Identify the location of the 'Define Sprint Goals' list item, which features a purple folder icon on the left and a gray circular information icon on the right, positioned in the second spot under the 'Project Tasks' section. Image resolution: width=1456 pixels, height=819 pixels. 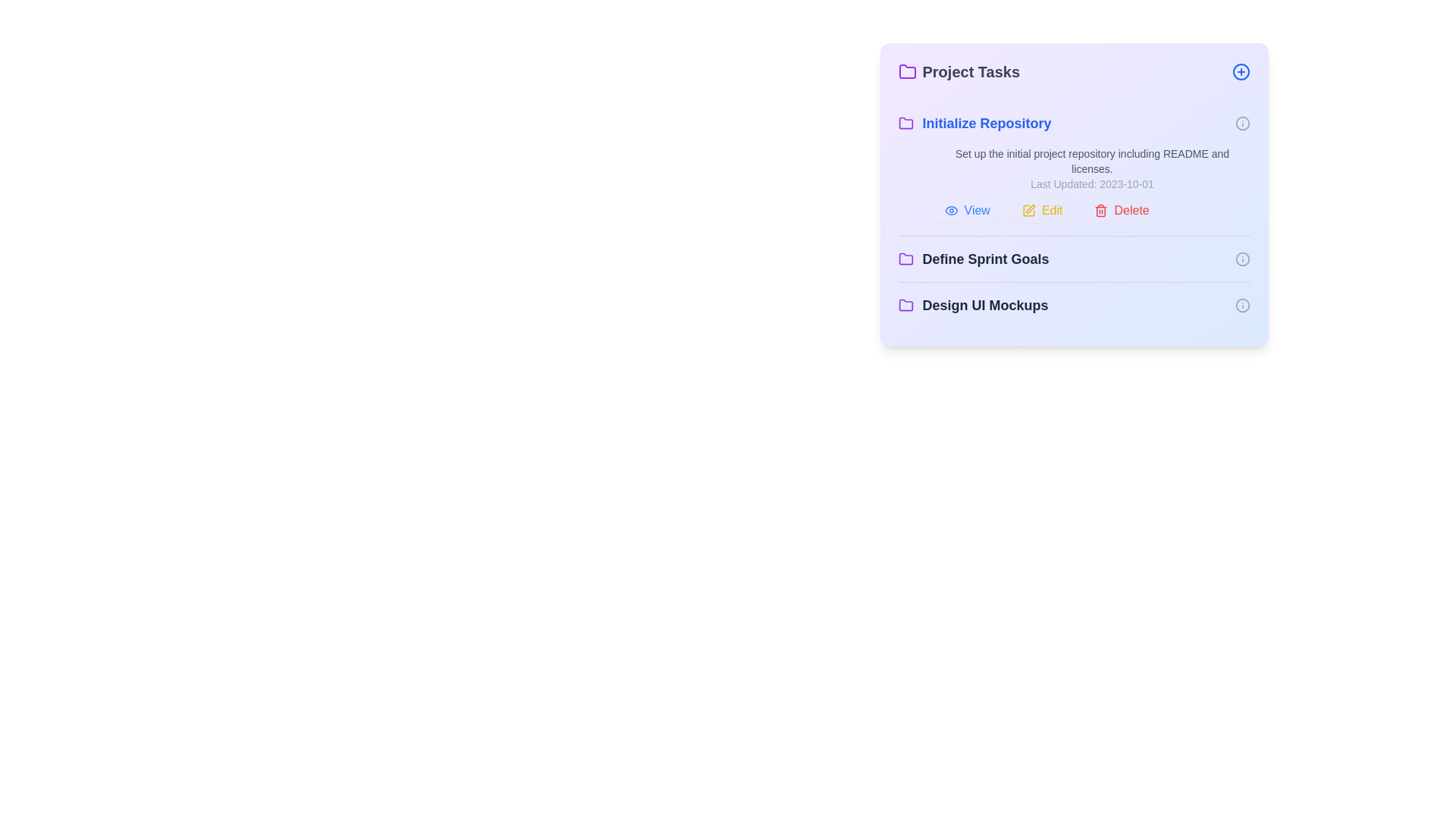
(1073, 258).